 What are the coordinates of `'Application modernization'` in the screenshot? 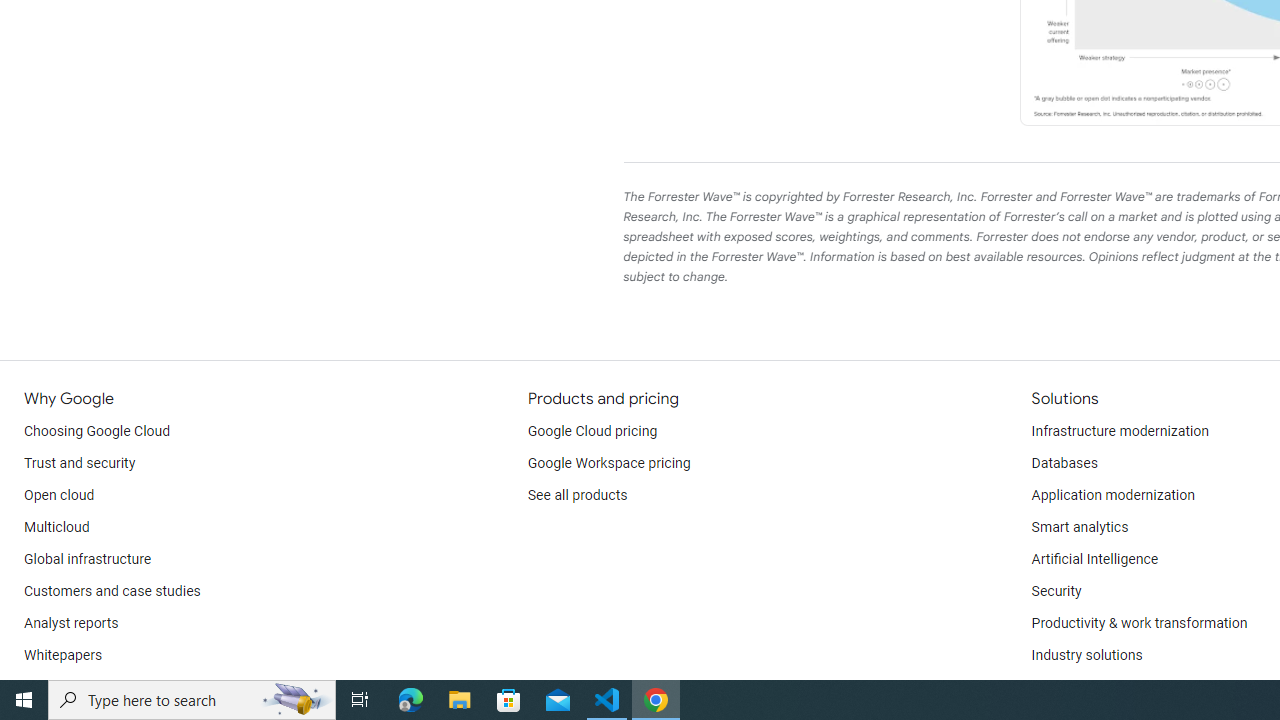 It's located at (1111, 495).